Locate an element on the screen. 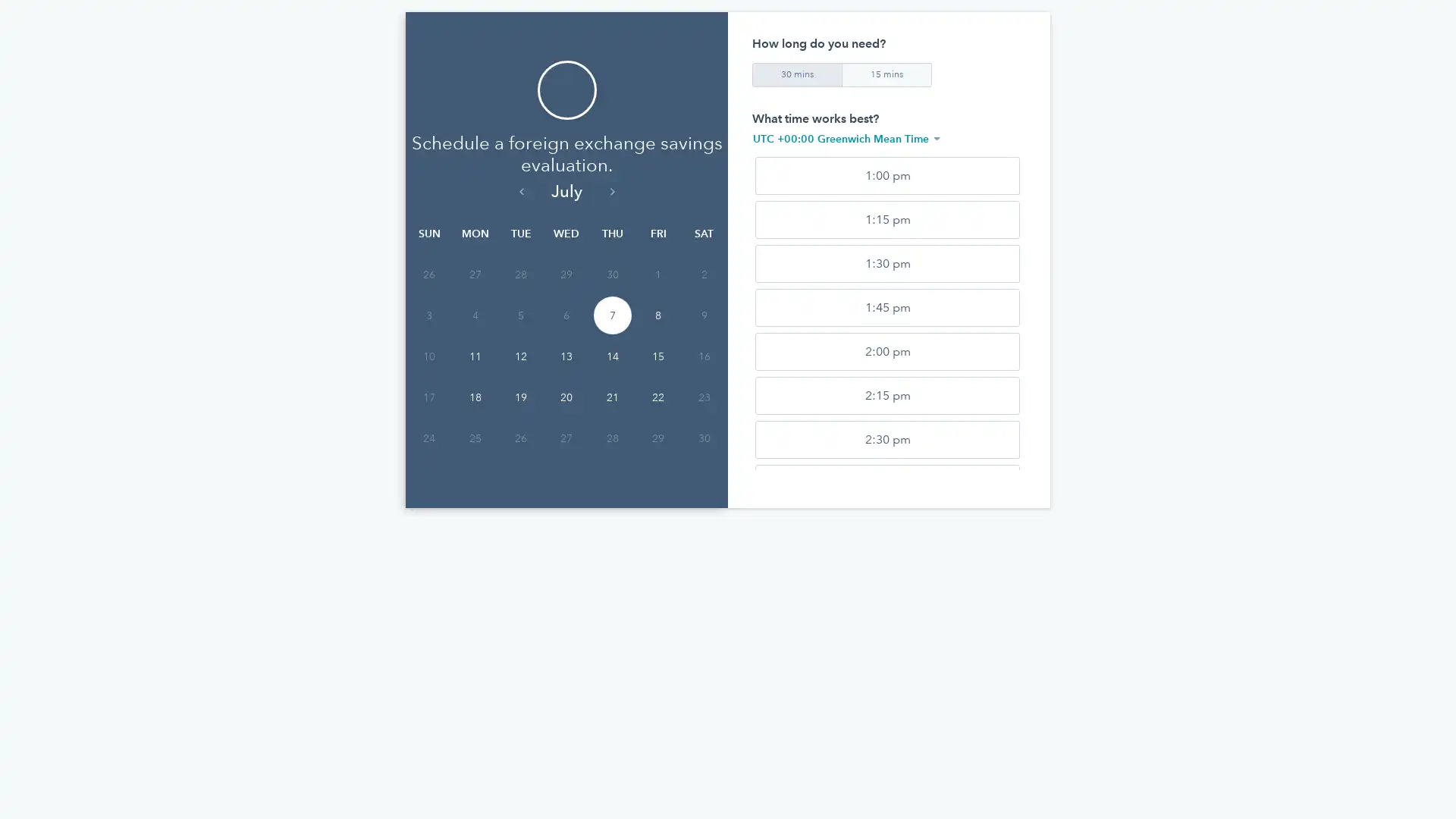 The width and height of the screenshot is (1456, 819). View August is located at coordinates (611, 190).